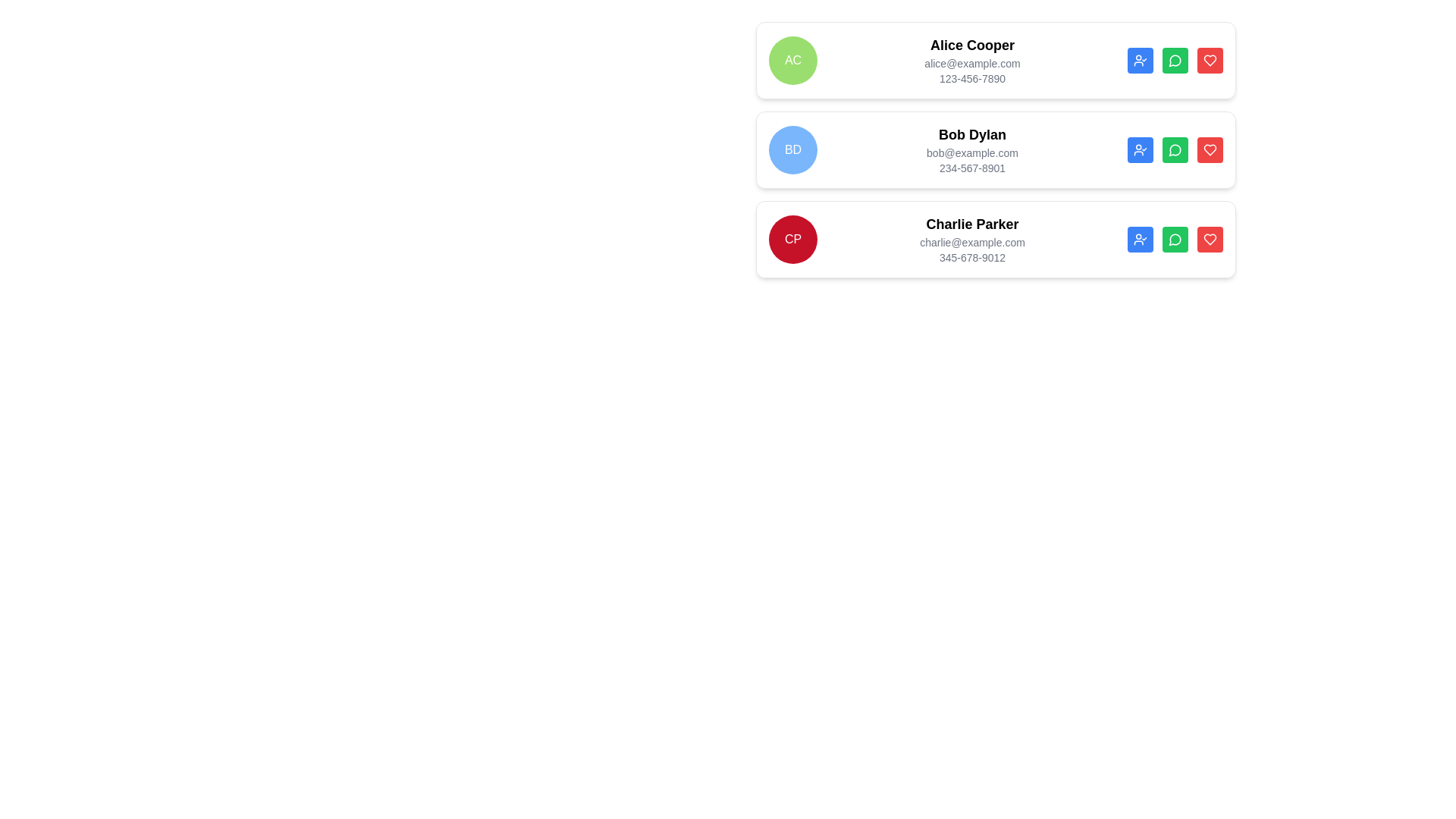 The height and width of the screenshot is (819, 1456). I want to click on the blue button for more details on the Contact information card for Charlie Parker, which is the third entry in the vertically-stacked group of contact cards, so click(996, 239).